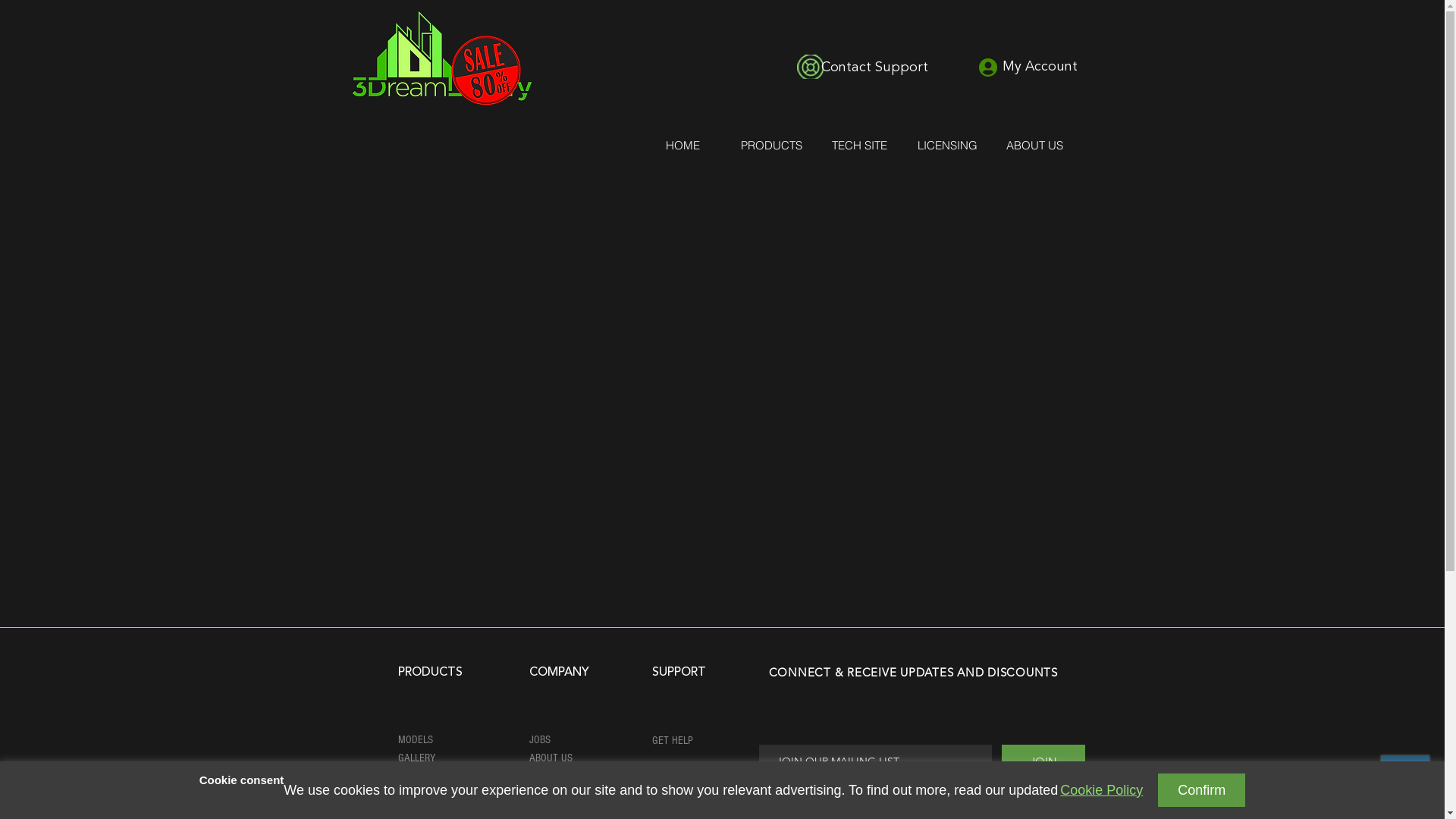 The height and width of the screenshot is (819, 1456). What do you see at coordinates (874, 66) in the screenshot?
I see `'Contact Support'` at bounding box center [874, 66].